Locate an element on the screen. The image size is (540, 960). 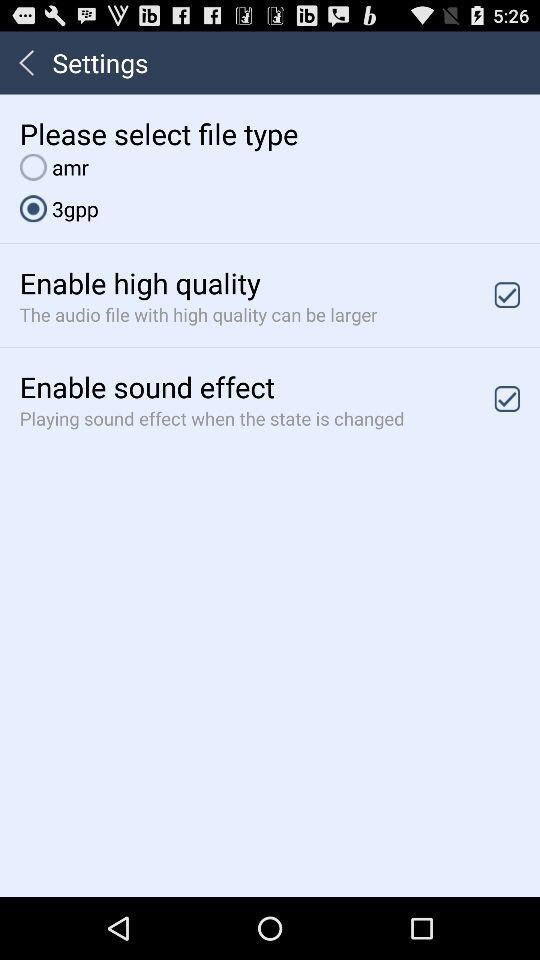
the icon at the top right corner is located at coordinates (507, 294).